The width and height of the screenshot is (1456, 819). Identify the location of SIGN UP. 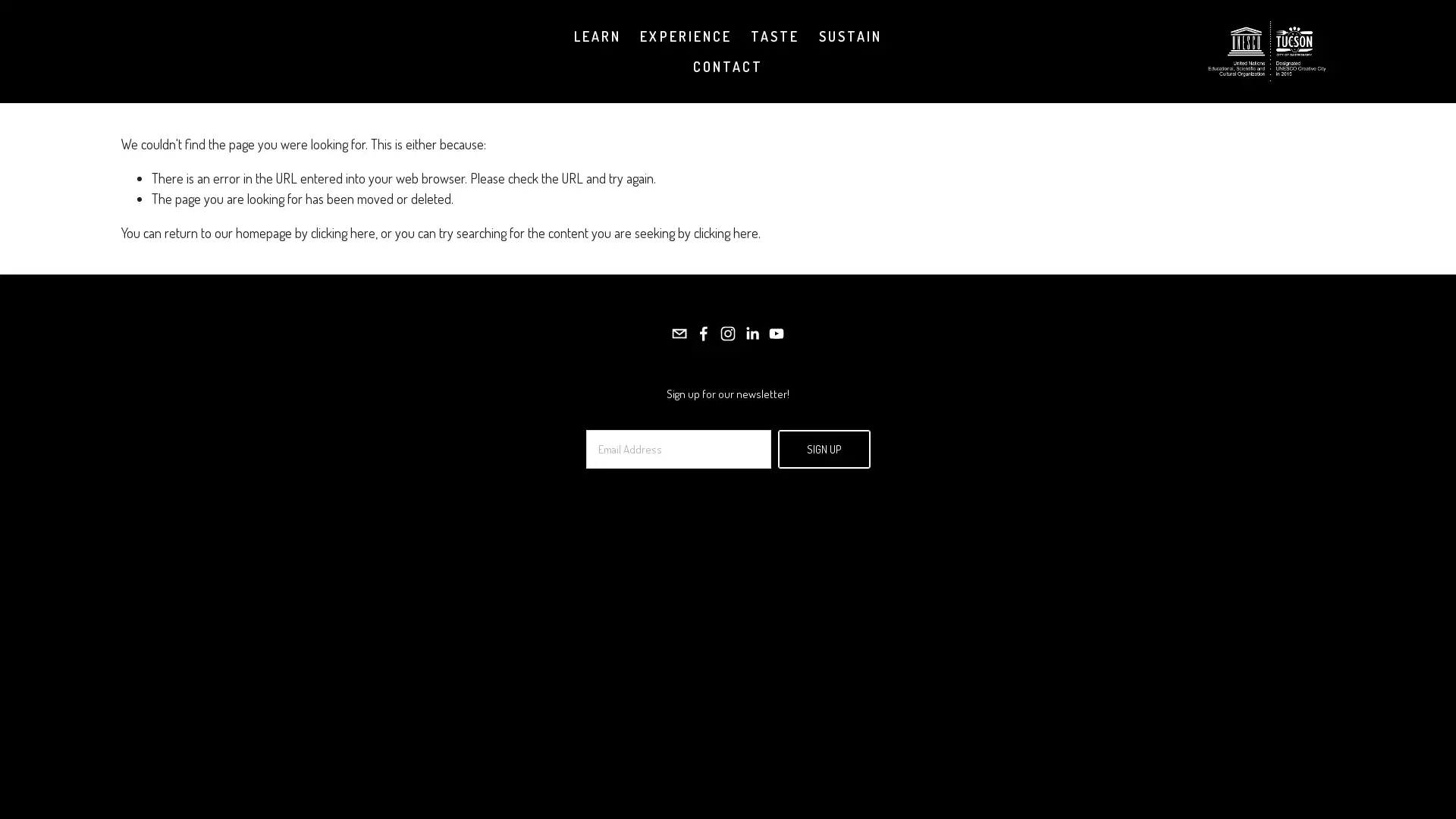
(822, 447).